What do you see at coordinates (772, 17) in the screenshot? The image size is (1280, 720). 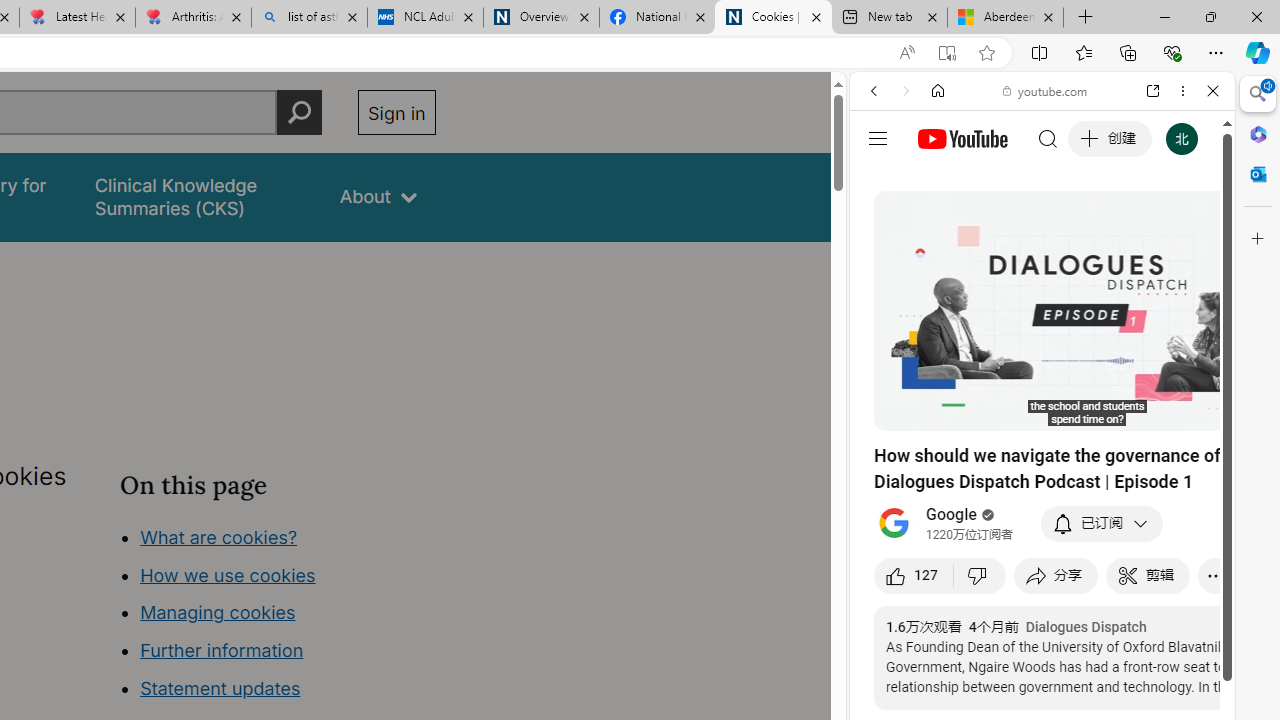 I see `'Cookies | About | NICE'` at bounding box center [772, 17].